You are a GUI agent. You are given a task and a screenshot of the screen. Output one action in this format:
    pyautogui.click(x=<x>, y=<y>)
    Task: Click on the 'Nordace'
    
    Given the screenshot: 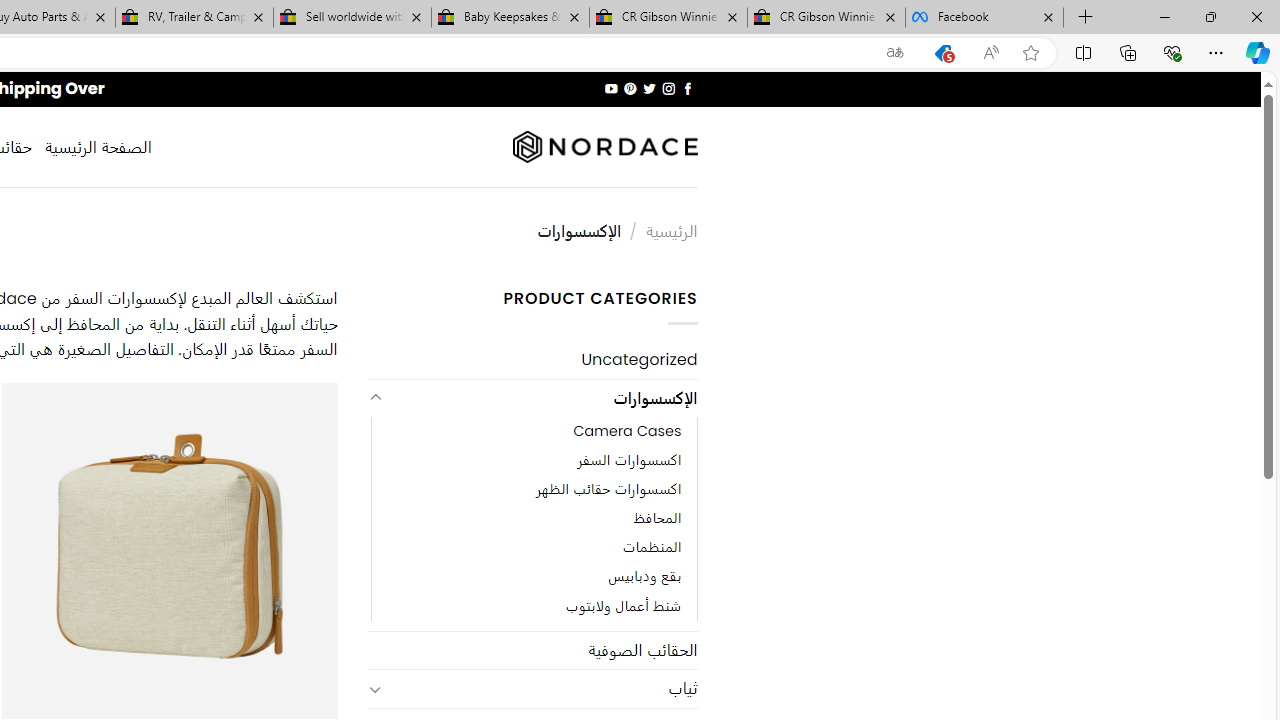 What is the action you would take?
    pyautogui.click(x=603, y=146)
    